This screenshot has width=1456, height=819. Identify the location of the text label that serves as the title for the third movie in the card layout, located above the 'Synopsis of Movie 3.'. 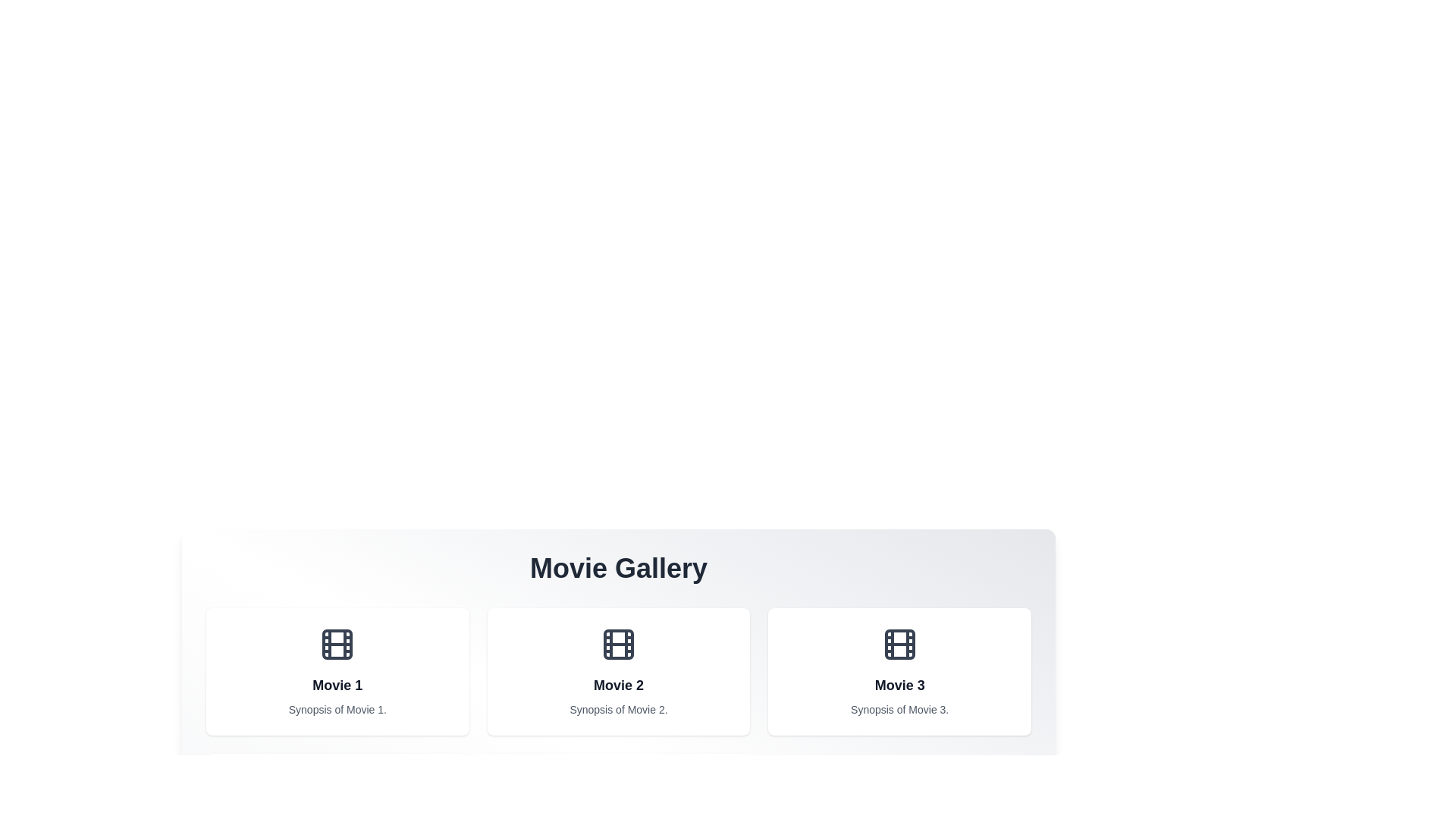
(899, 685).